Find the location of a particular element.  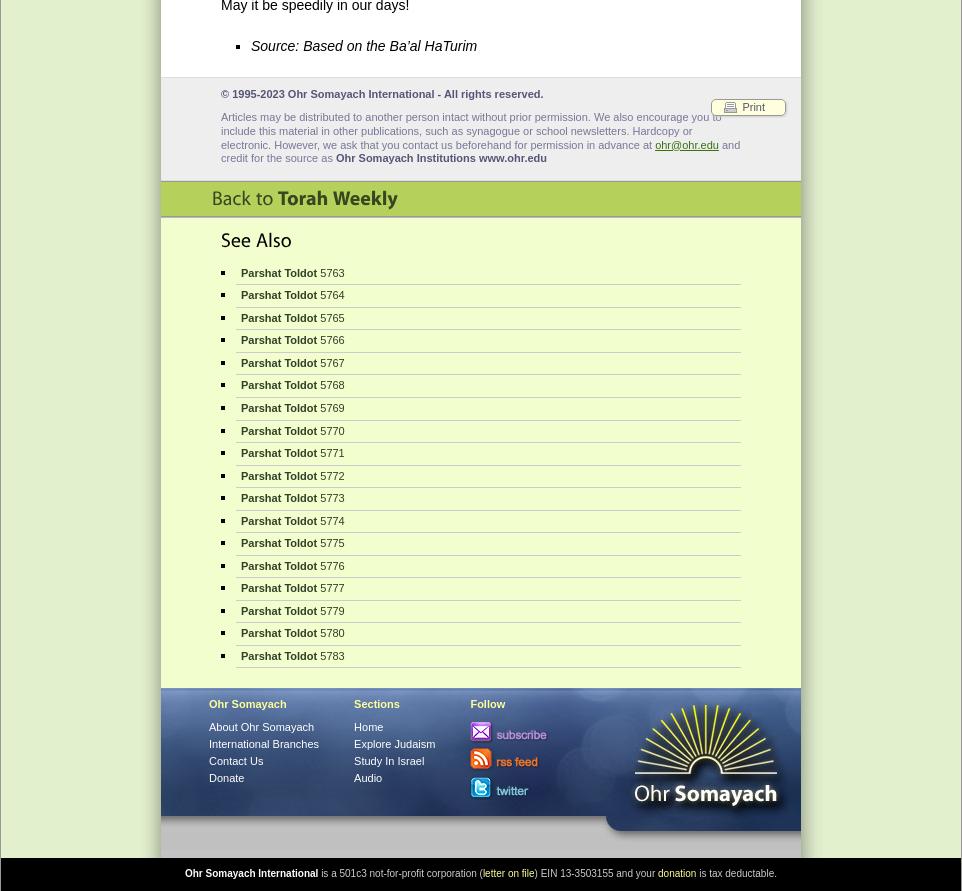

'5772' is located at coordinates (329, 473).